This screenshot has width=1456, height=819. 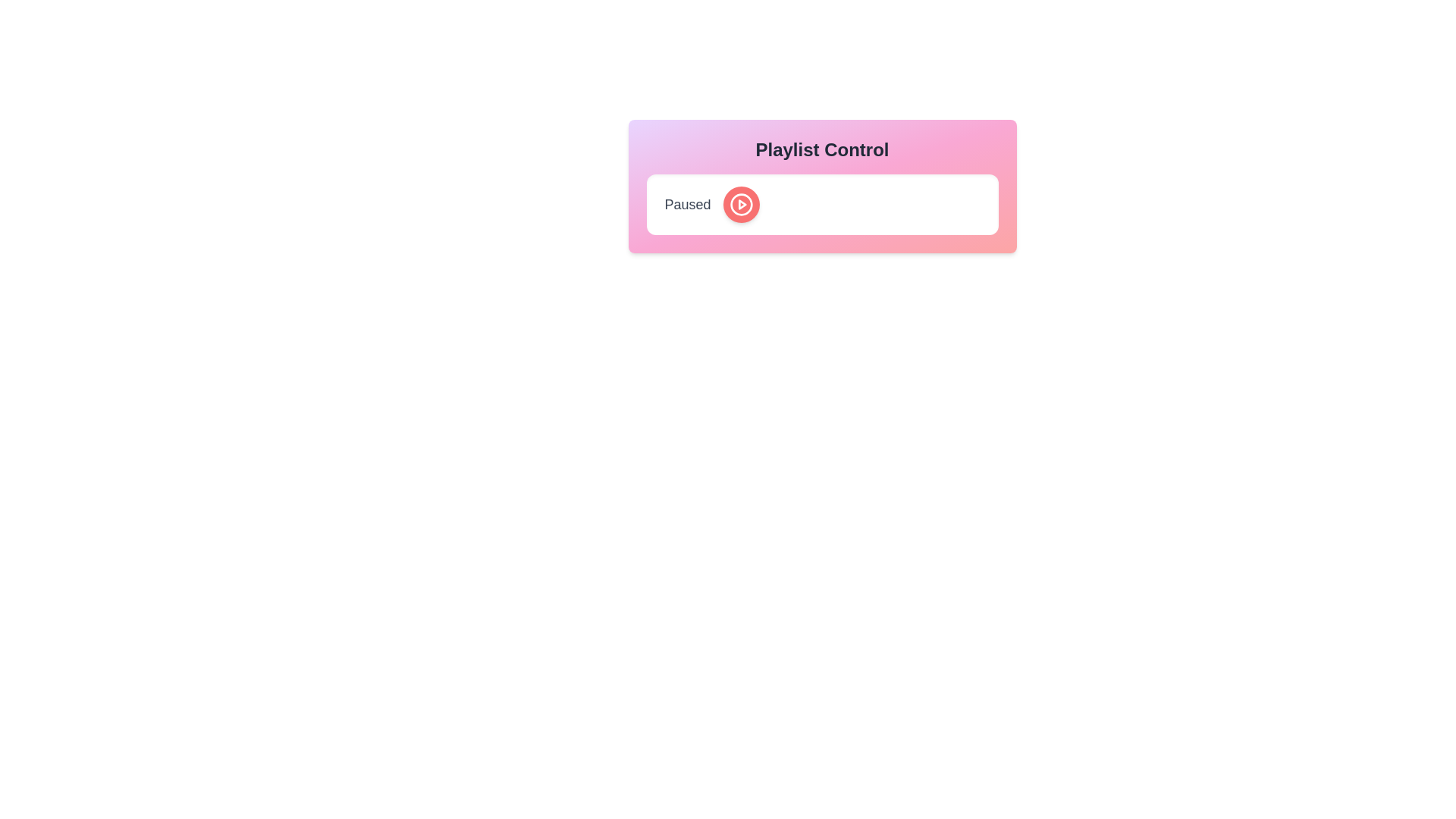 I want to click on the toggle button to switch between play and pause states, so click(x=741, y=205).